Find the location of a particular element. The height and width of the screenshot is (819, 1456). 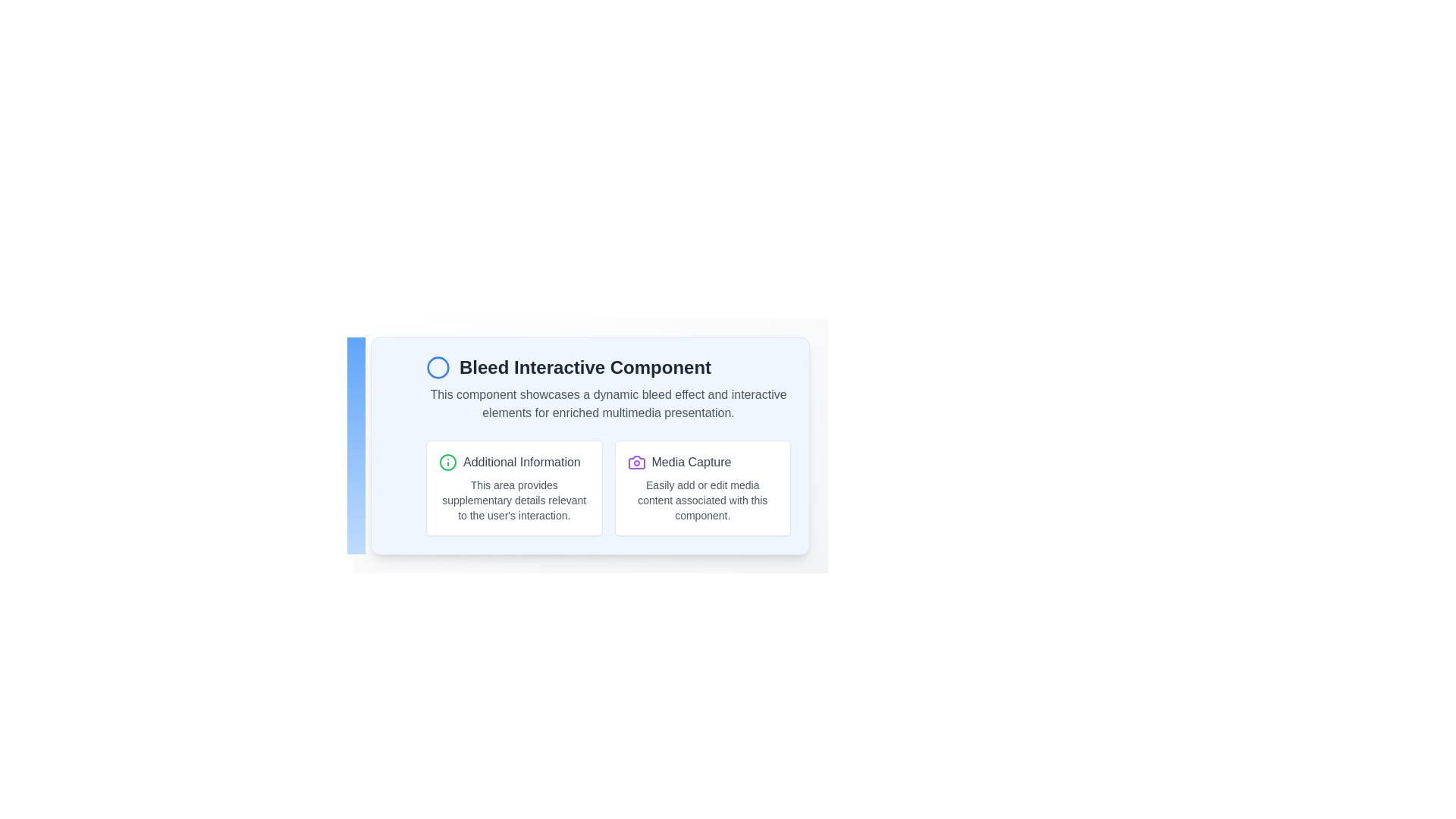

the circular 'info' icon with a hollow green border located to the left of the 'Additional Information' text is located at coordinates (447, 461).